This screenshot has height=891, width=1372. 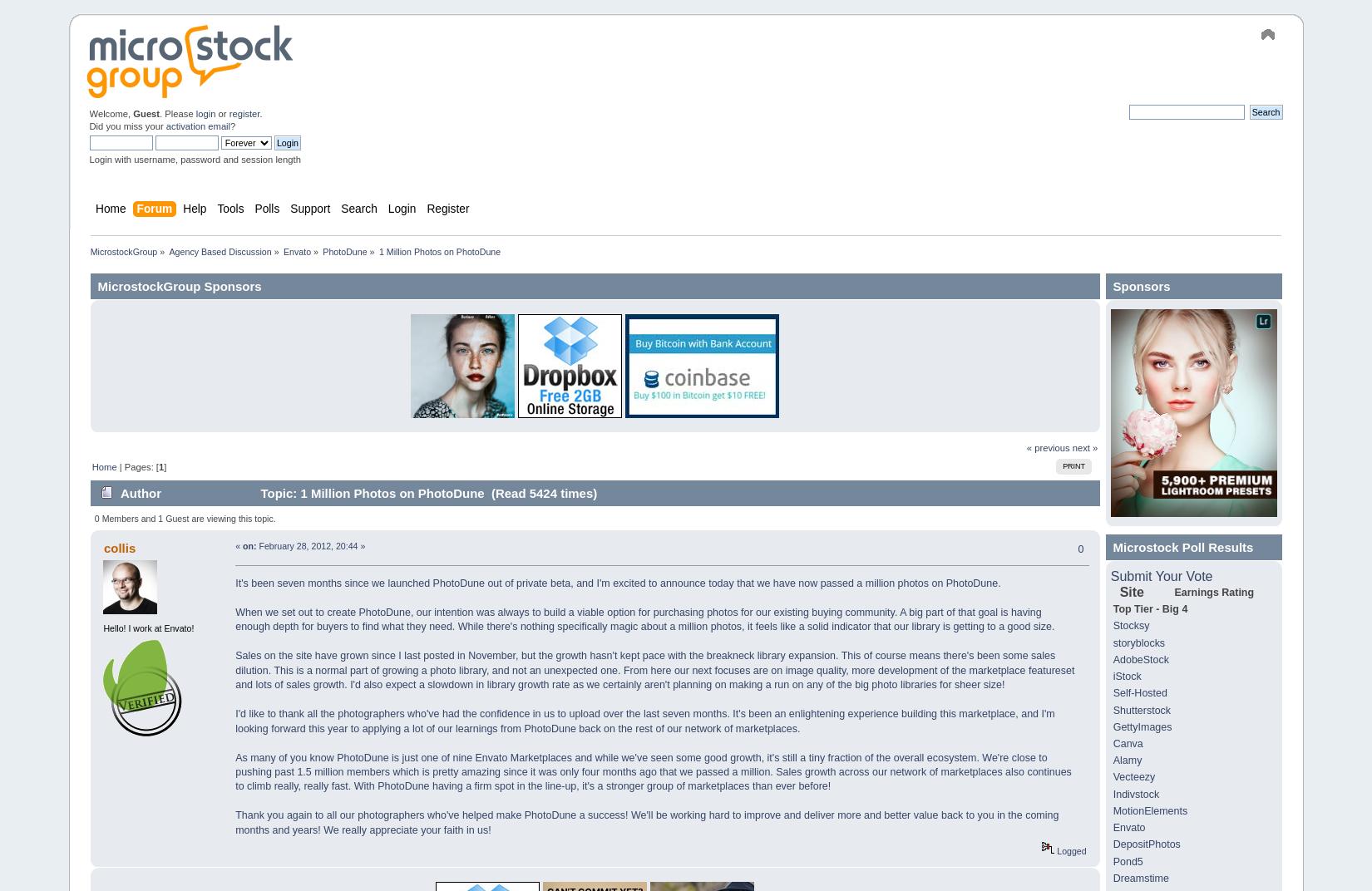 I want to click on 'GettyImages', so click(x=1141, y=726).